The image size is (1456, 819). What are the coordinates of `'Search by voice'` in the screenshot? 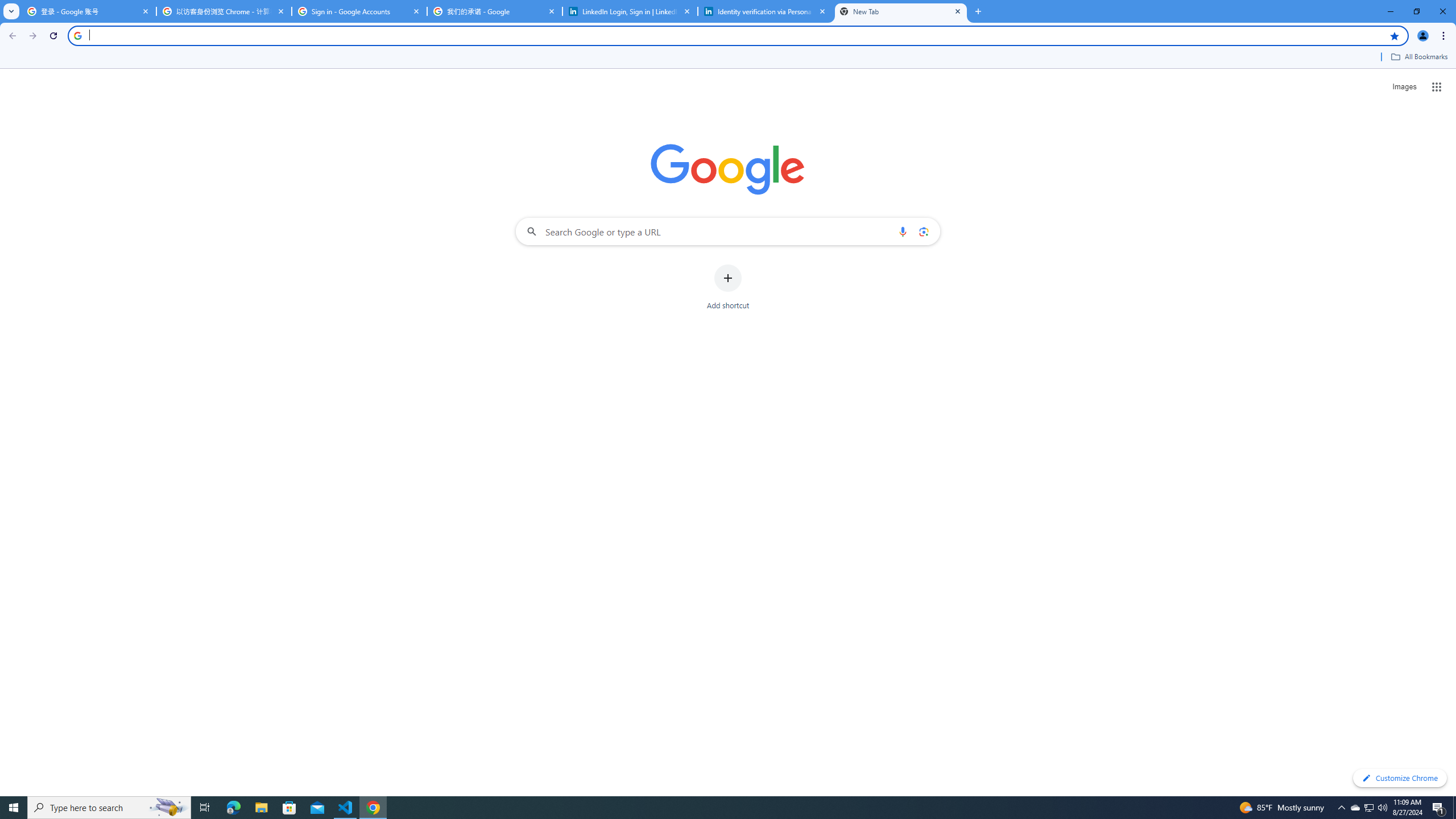 It's located at (902, 230).